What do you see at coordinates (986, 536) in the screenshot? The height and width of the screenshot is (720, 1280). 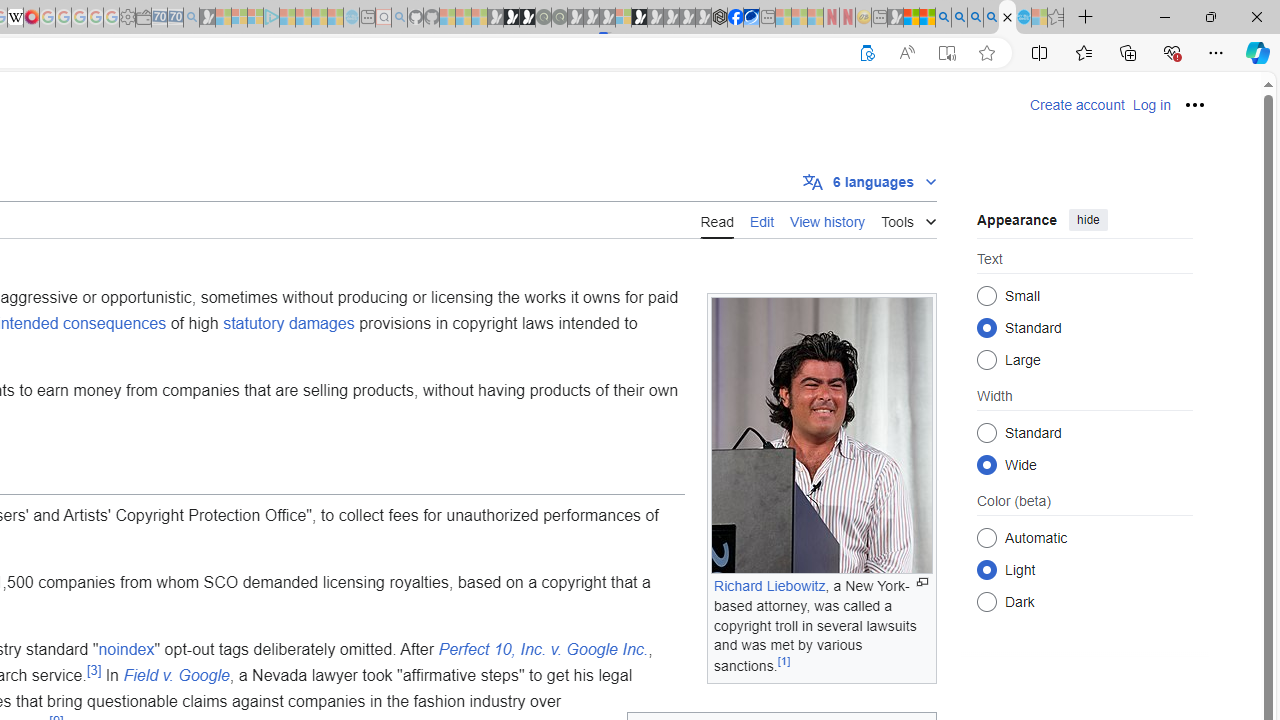 I see `'Automatic'` at bounding box center [986, 536].